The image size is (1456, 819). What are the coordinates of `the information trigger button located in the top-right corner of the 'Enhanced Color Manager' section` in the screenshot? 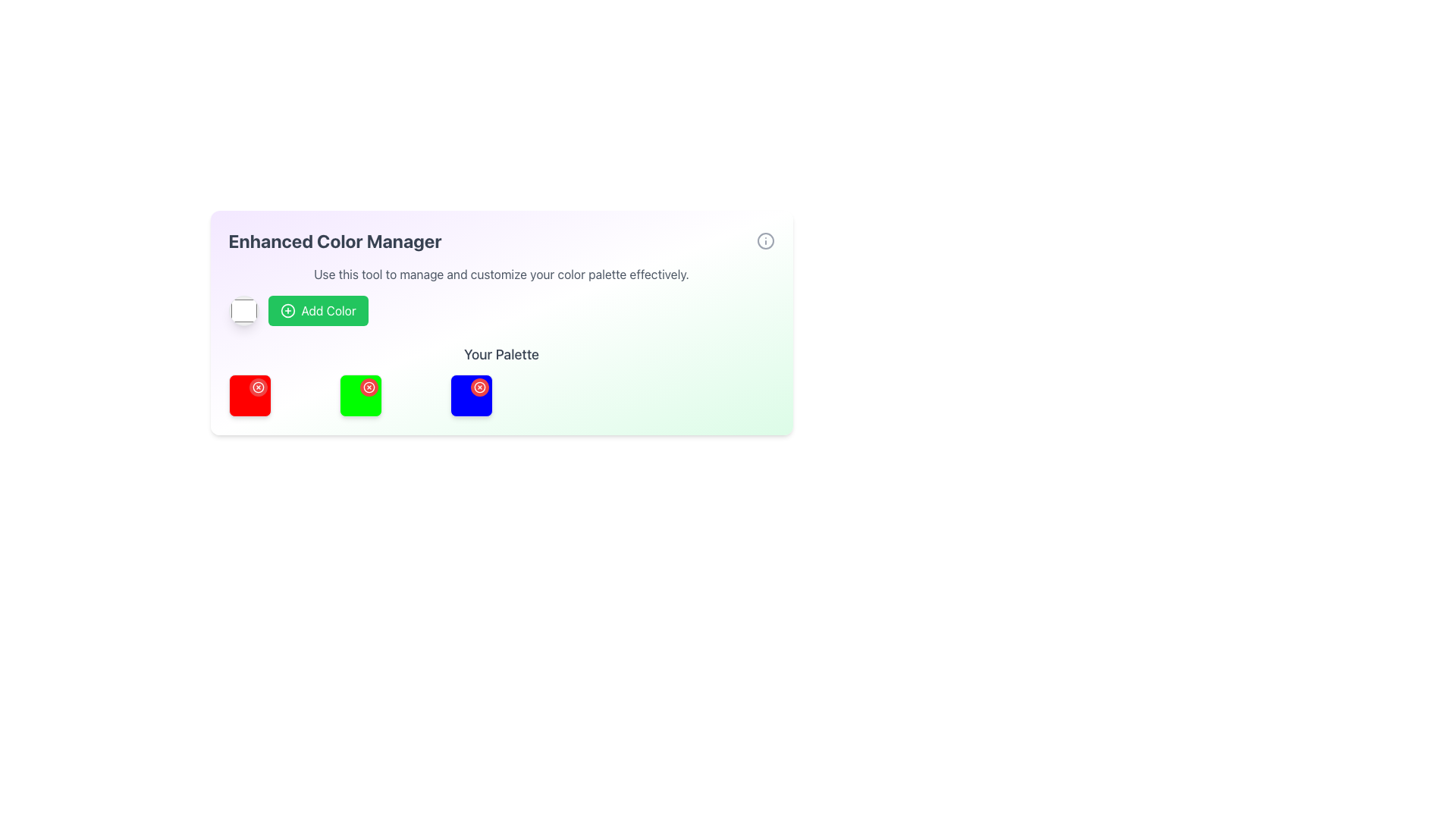 It's located at (765, 240).